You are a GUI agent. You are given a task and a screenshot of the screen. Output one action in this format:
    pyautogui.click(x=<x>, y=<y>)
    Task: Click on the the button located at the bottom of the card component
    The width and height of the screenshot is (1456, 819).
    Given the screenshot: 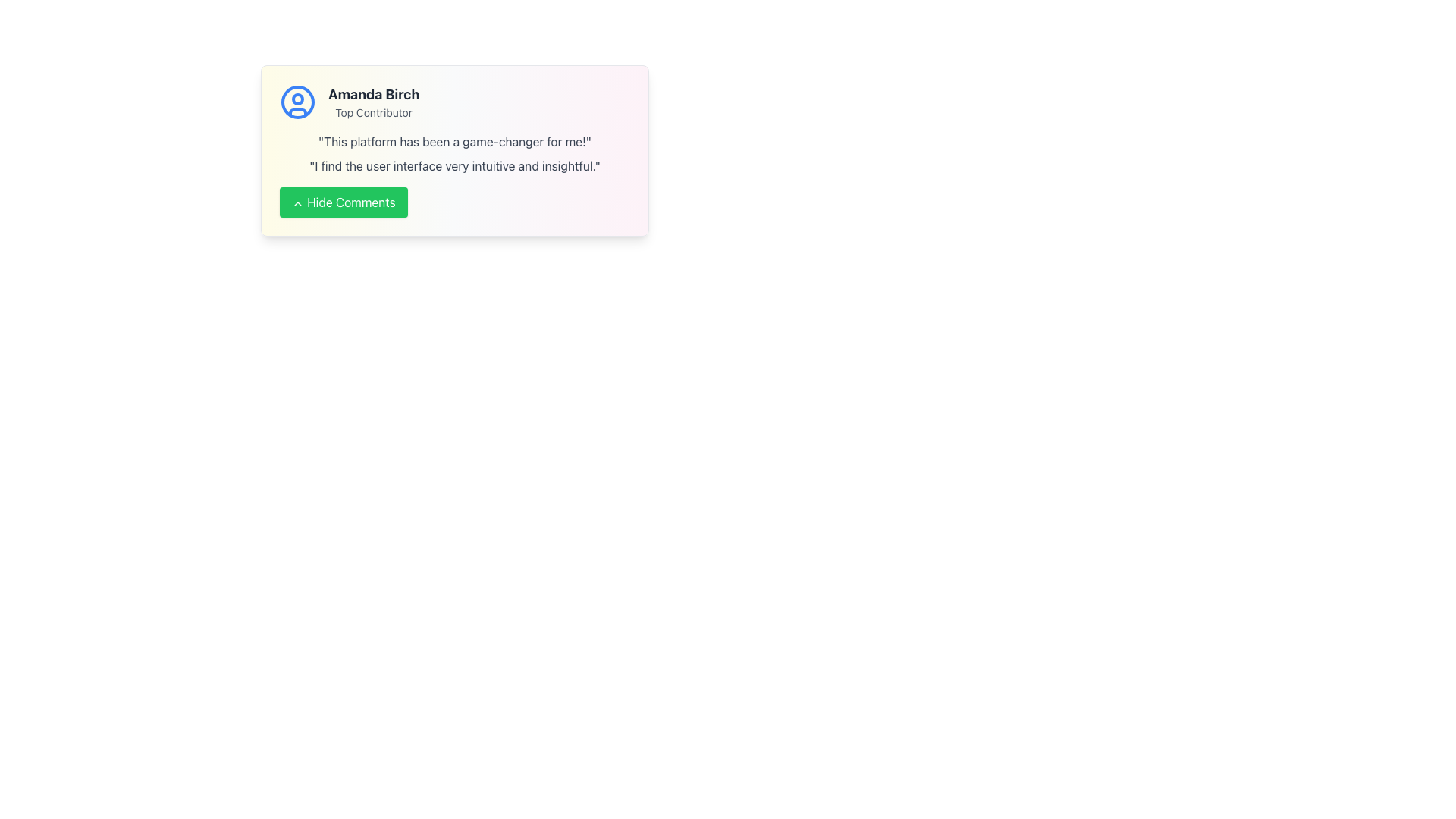 What is the action you would take?
    pyautogui.click(x=454, y=201)
    